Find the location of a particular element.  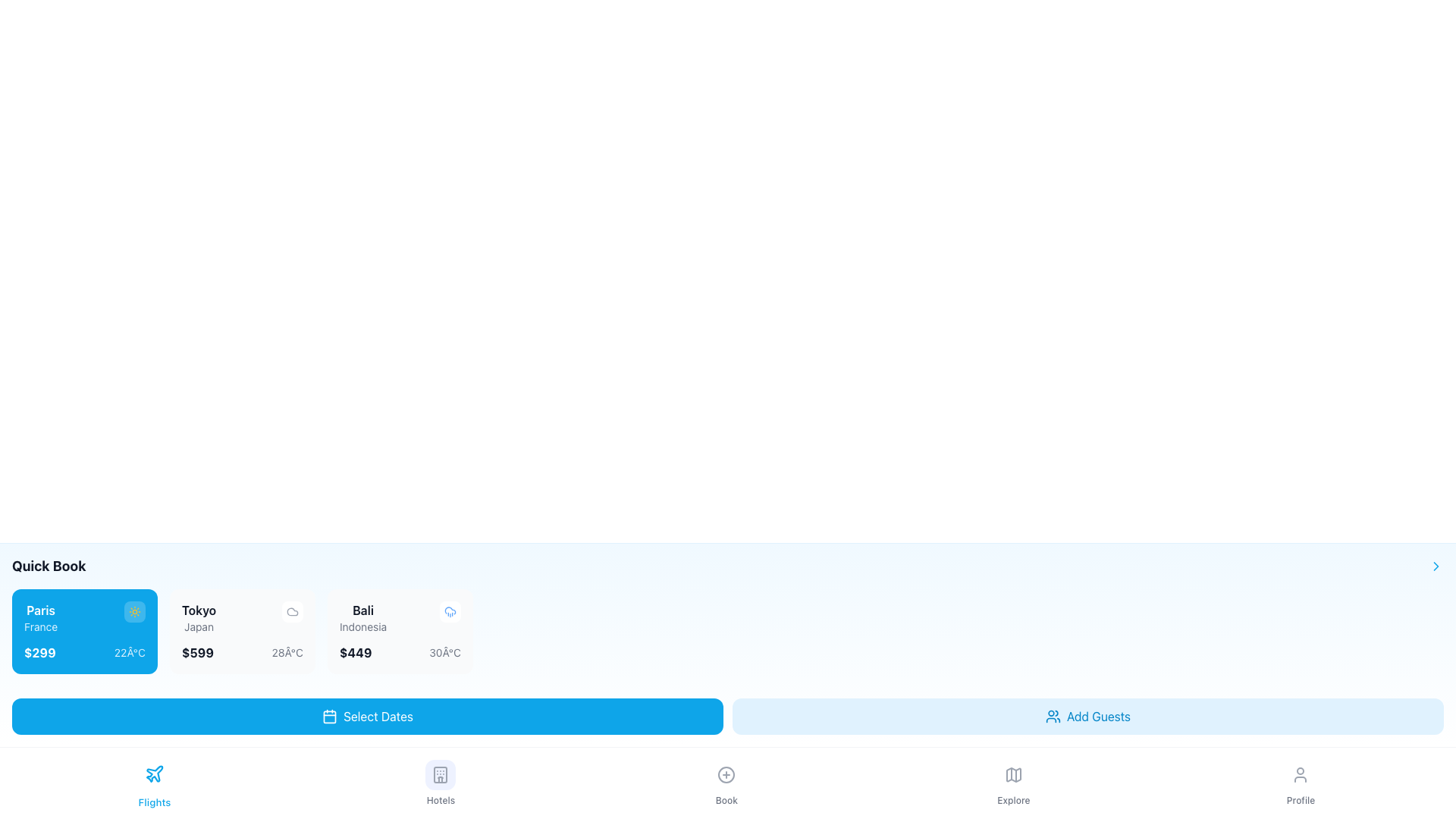

the decorative 'Explore' icon located centrally within the bottom navigation bar, above the text label 'Explore' is located at coordinates (1013, 775).